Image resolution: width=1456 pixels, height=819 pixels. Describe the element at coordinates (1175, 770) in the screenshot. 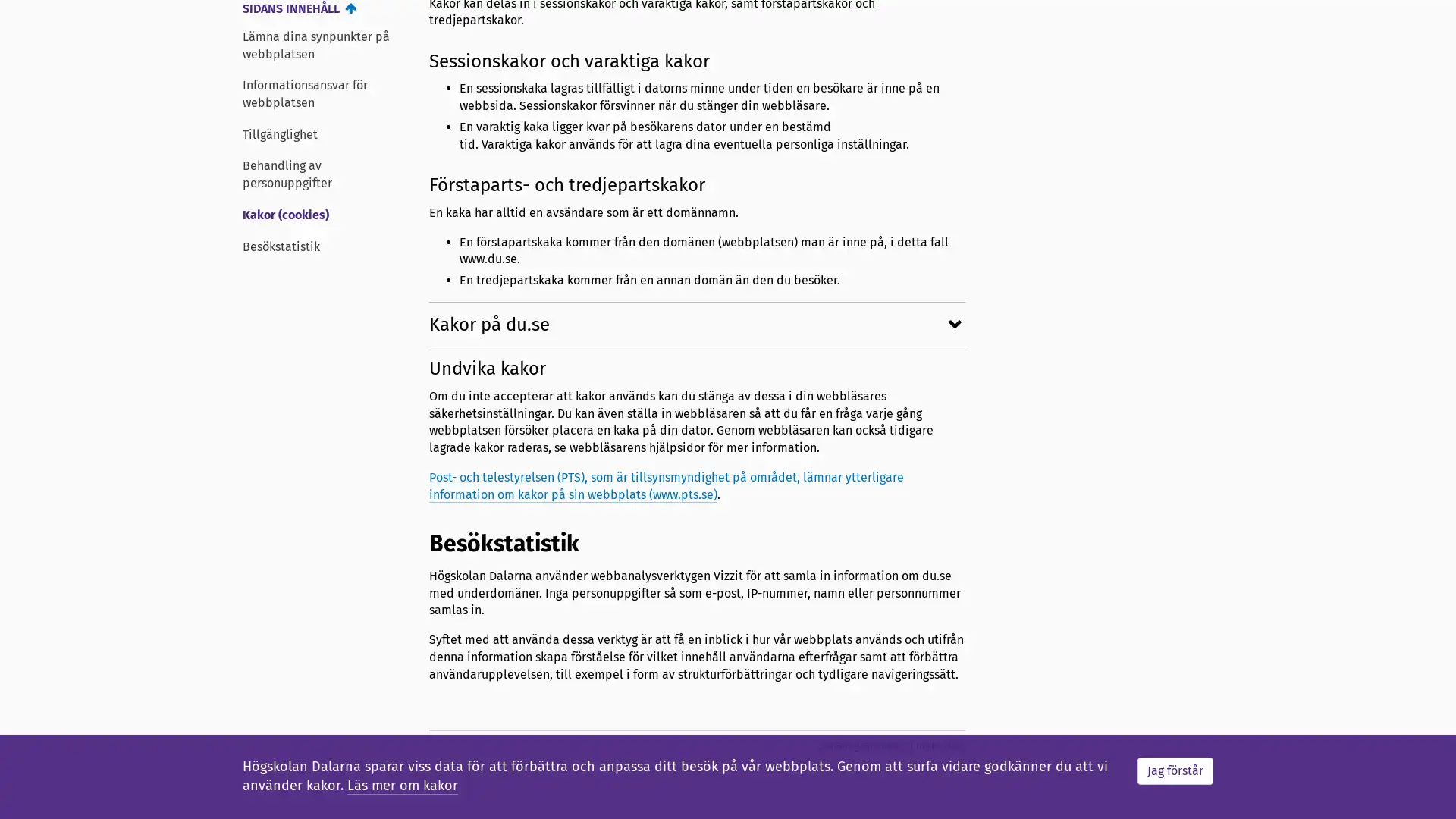

I see `Jag forstar` at that location.